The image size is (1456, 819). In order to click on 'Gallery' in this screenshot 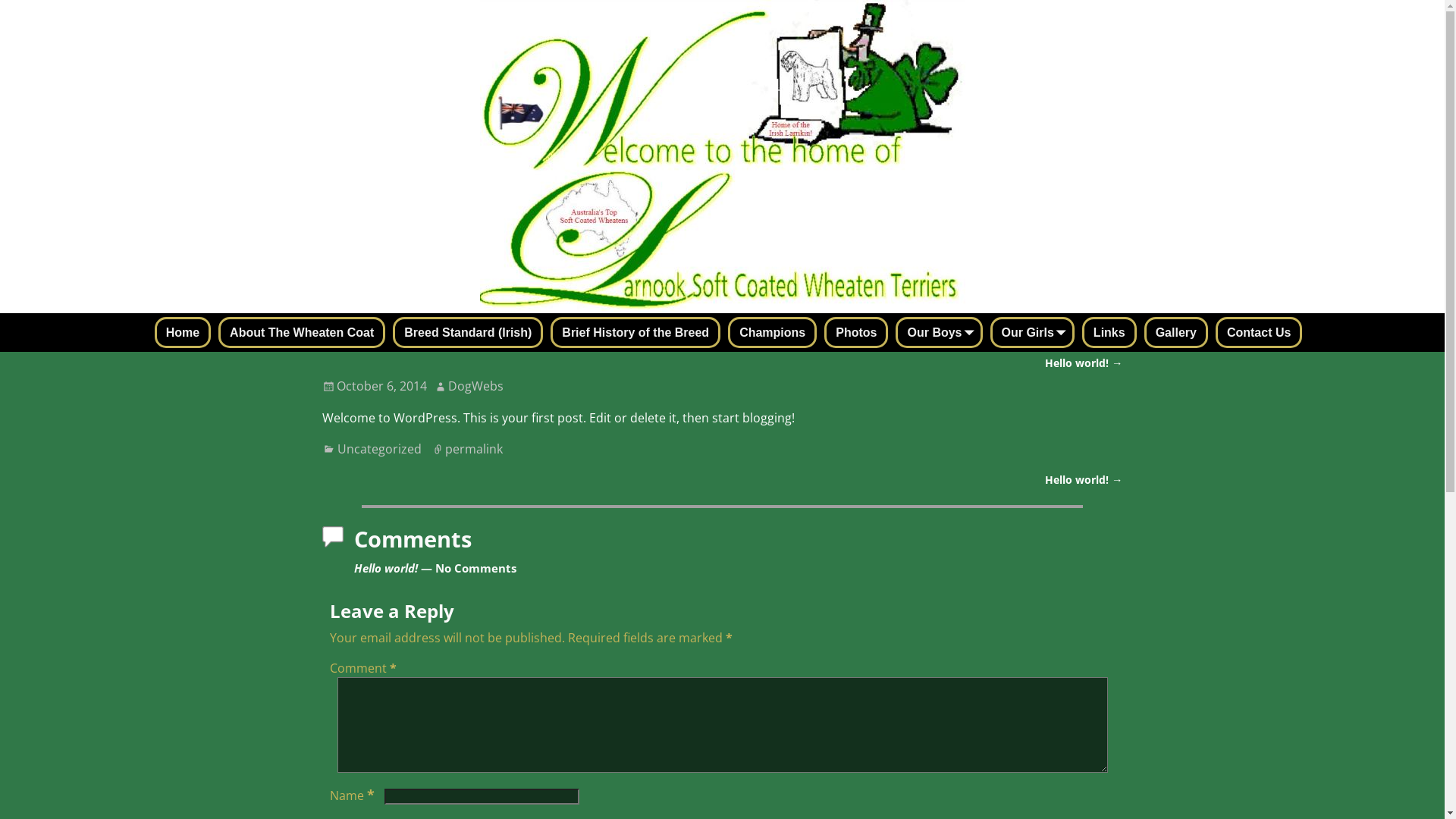, I will do `click(1175, 331)`.